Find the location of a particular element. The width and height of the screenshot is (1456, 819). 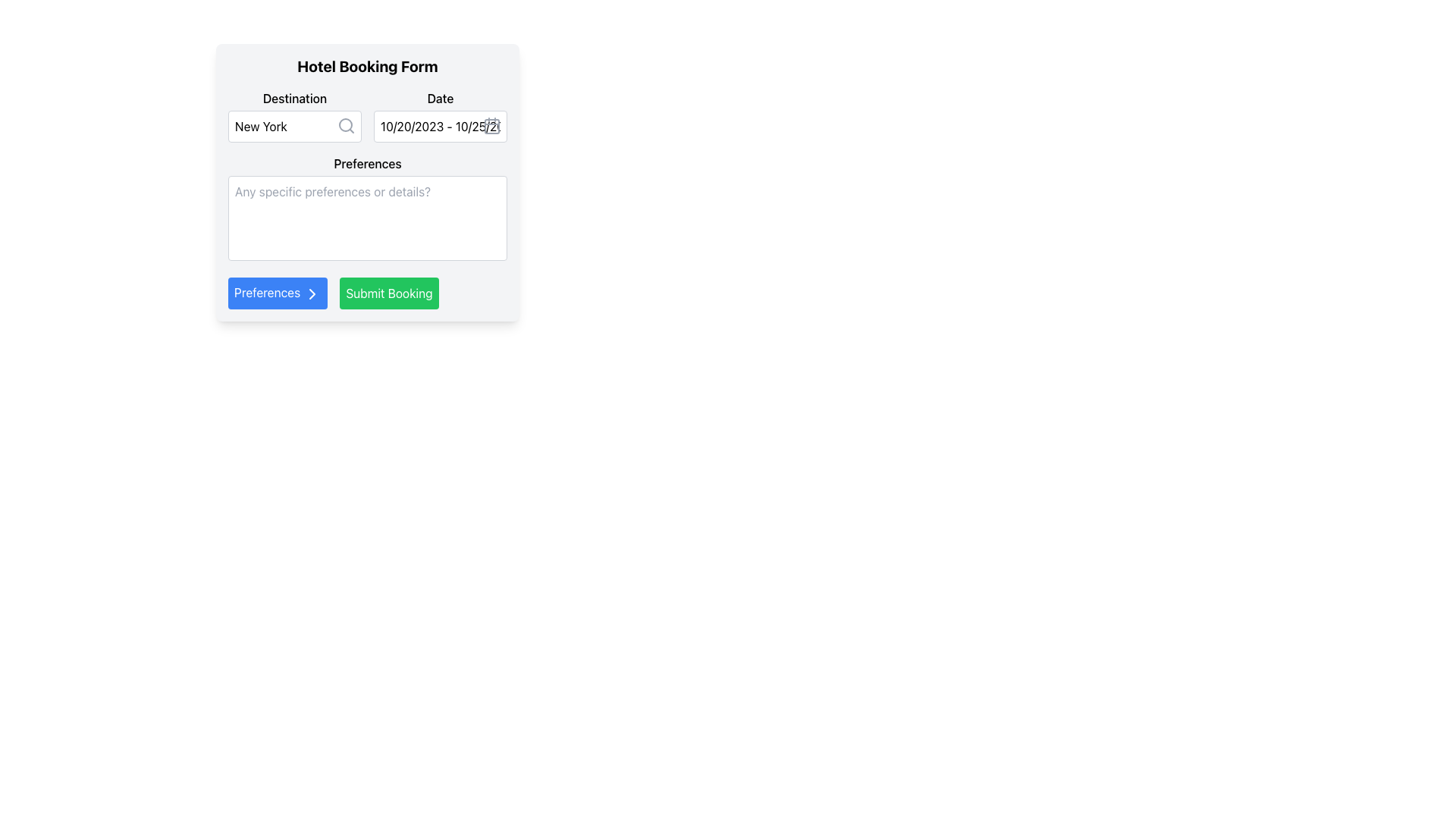

the gray search icon (magnifying glass) located near the top-right corner of the 'Destination' text input field is located at coordinates (345, 124).